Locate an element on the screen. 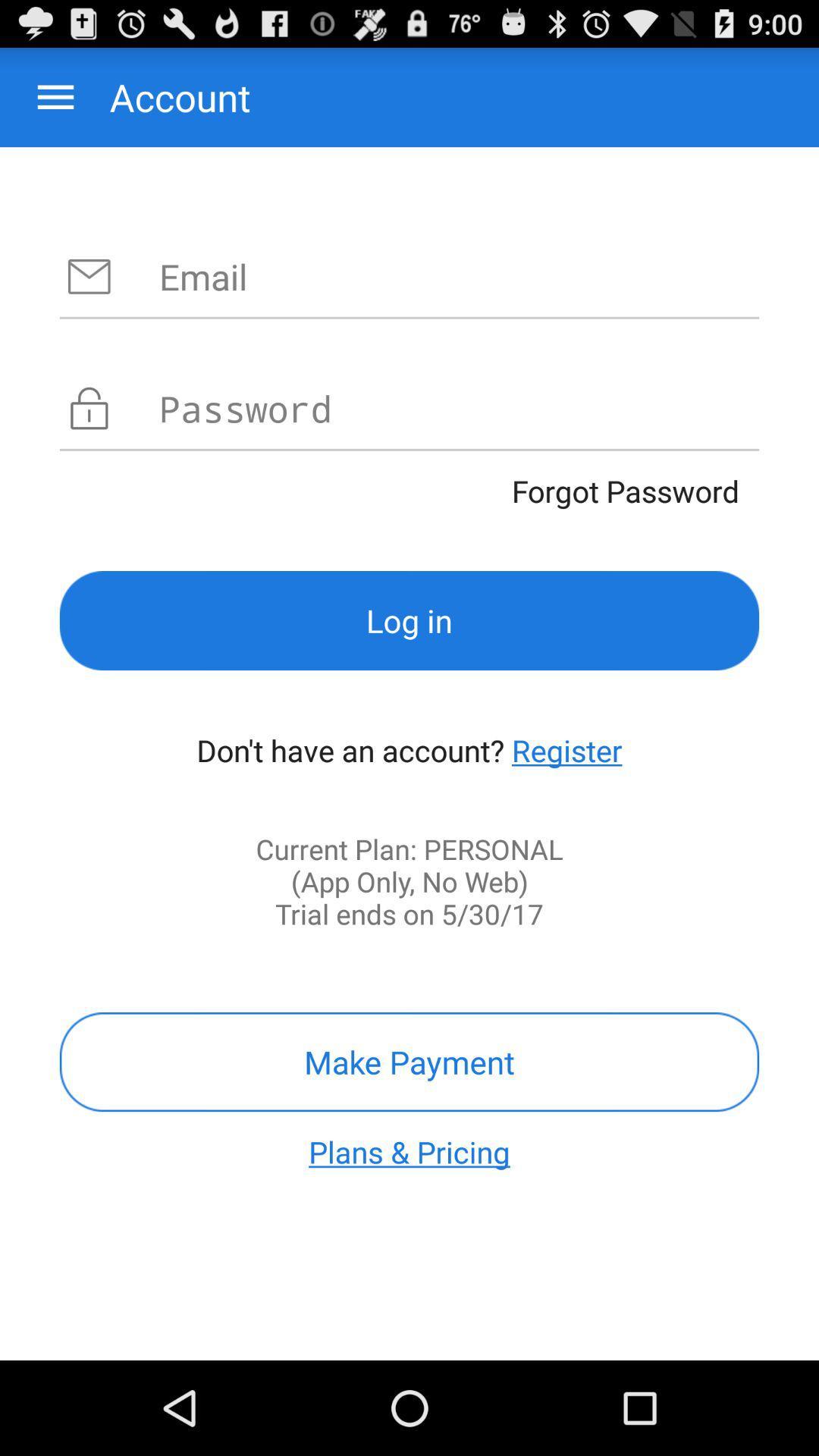 The width and height of the screenshot is (819, 1456). write password is located at coordinates (458, 408).